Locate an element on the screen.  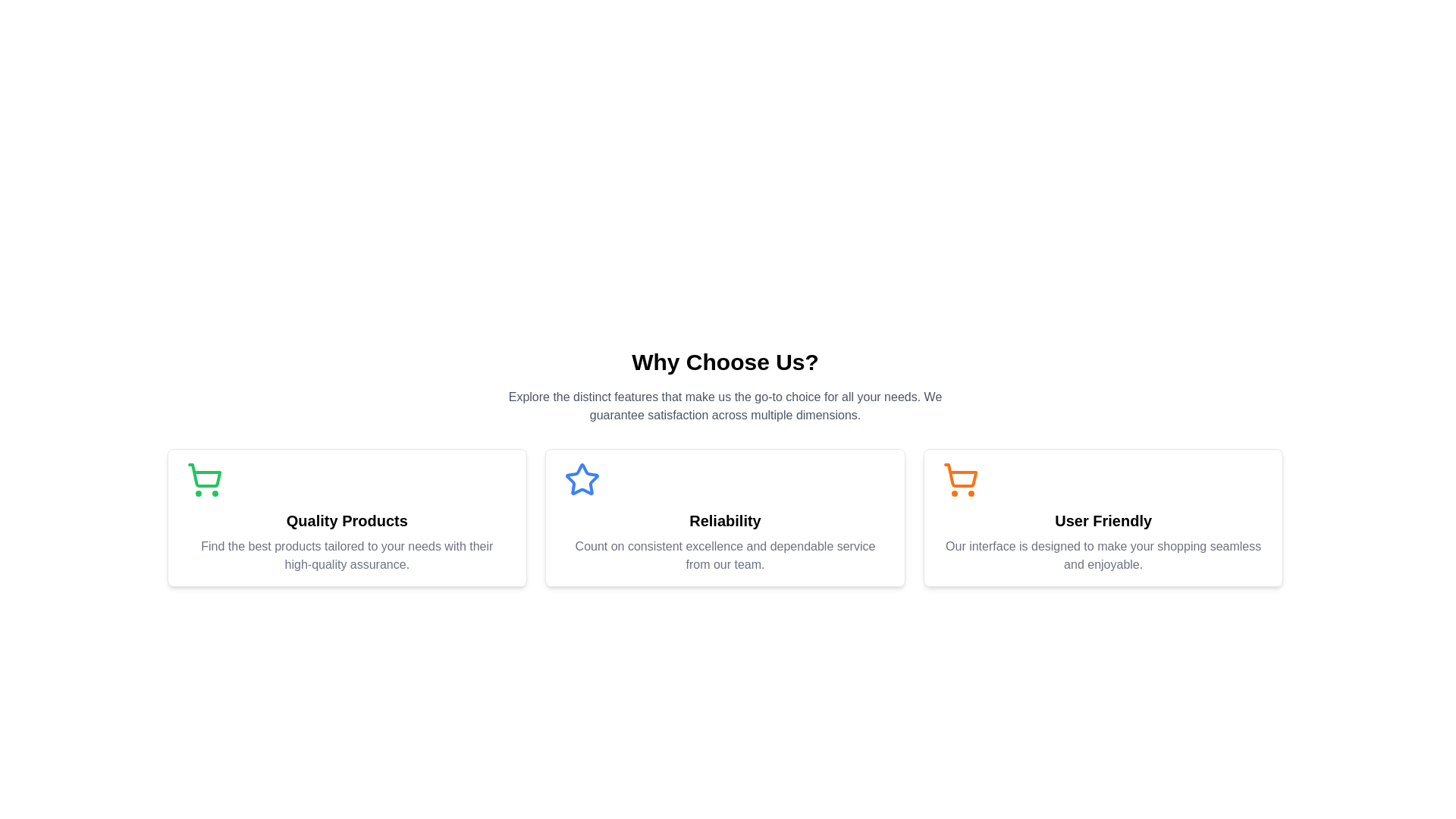
static text block containing the message: 'Explore the distinct features that make us the go-to choice for all your needs. We guarantee satisfaction across multiple dimensions.' which is styled in gray and located below the heading 'Why Choose Us?' is located at coordinates (724, 406).